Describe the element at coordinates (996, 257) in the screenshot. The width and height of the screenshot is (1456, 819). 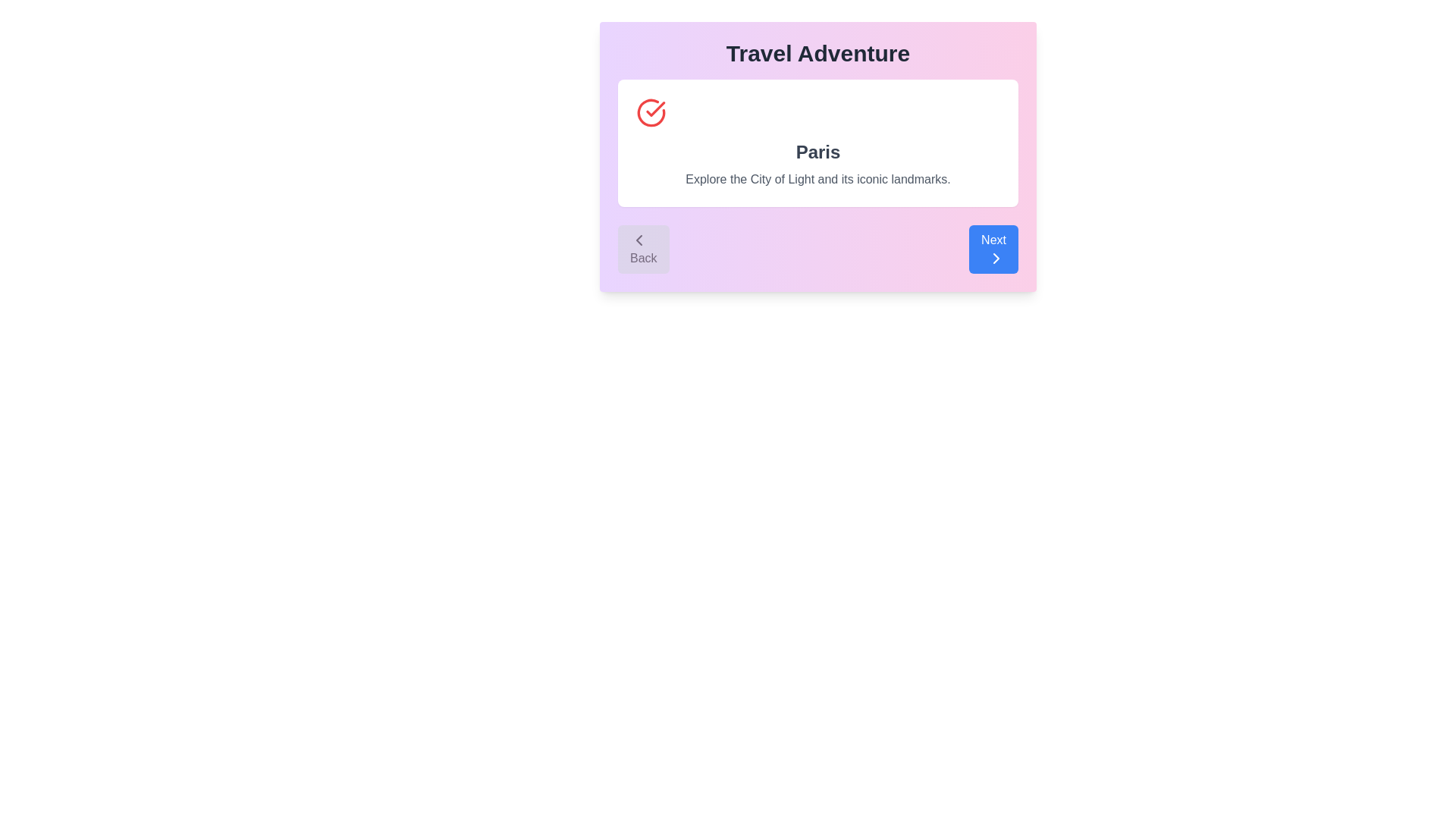
I see `the rightward-pointing chevron icon located within the 'Next' button at the bottom-right corner of the card interface` at that location.